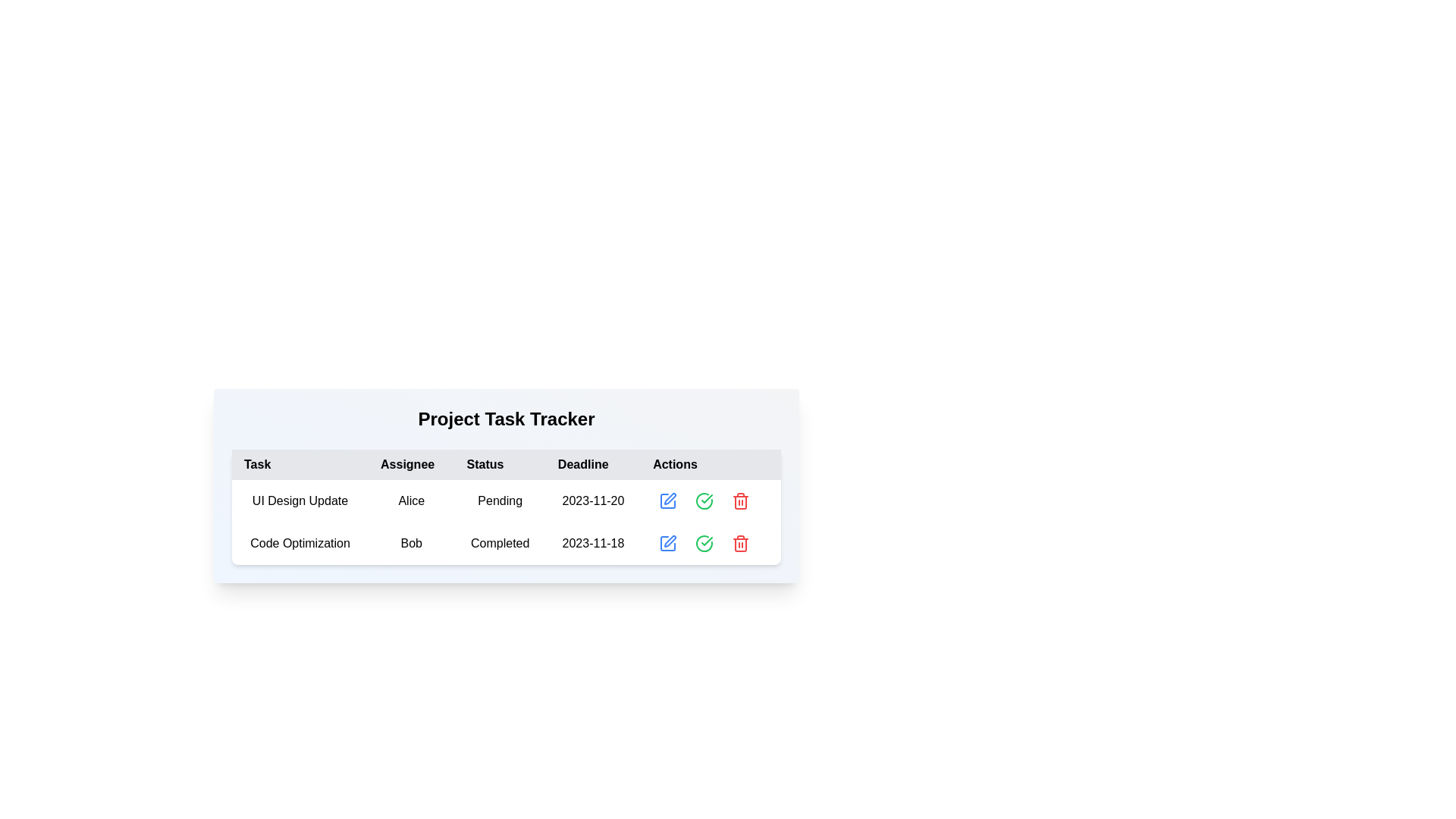 This screenshot has height=819, width=1456. What do you see at coordinates (667, 500) in the screenshot?
I see `the first interactive button in the 'Actions' column of the task table to initiate editing` at bounding box center [667, 500].